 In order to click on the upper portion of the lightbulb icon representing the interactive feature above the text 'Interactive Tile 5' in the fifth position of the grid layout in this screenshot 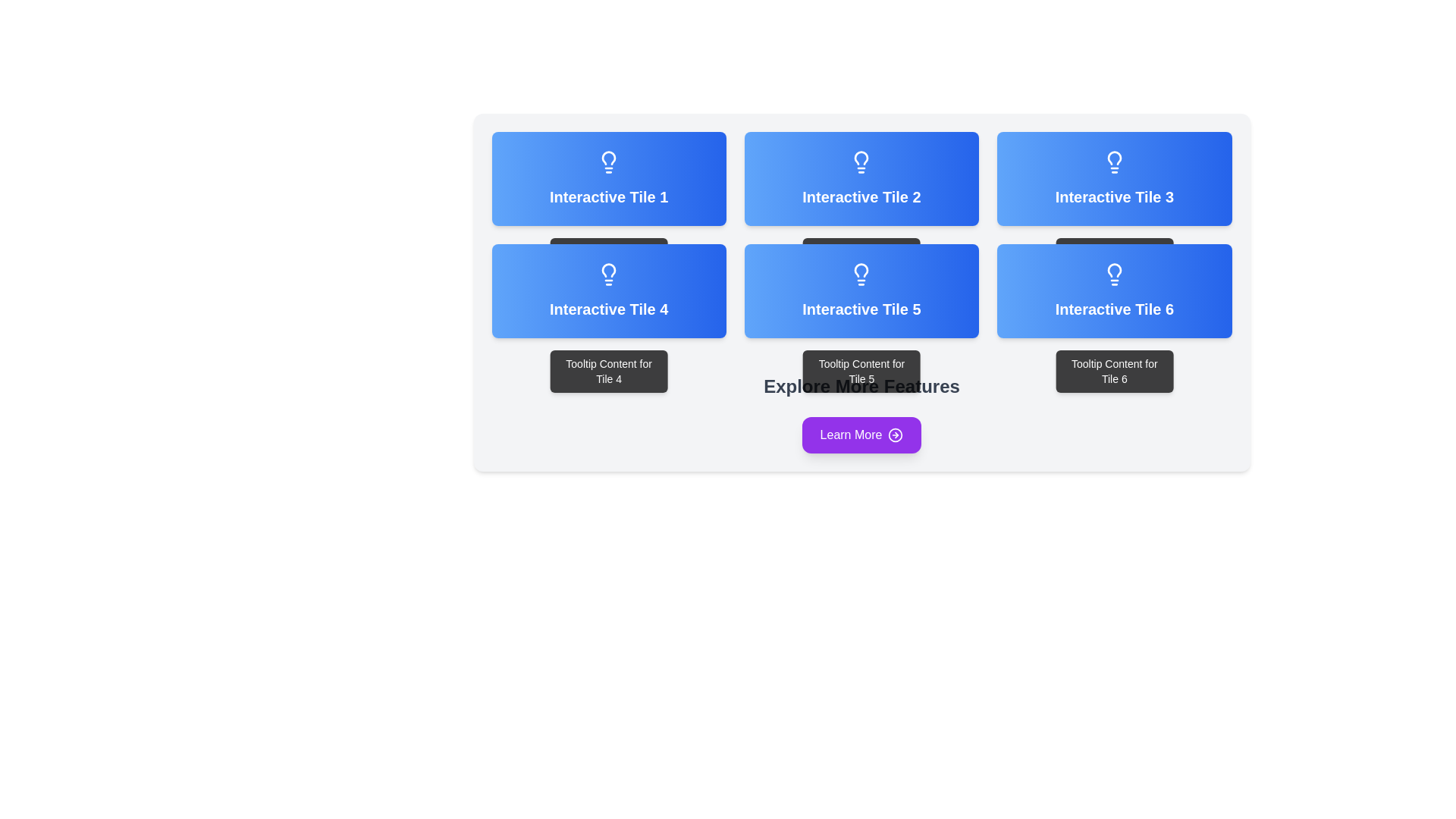, I will do `click(861, 269)`.